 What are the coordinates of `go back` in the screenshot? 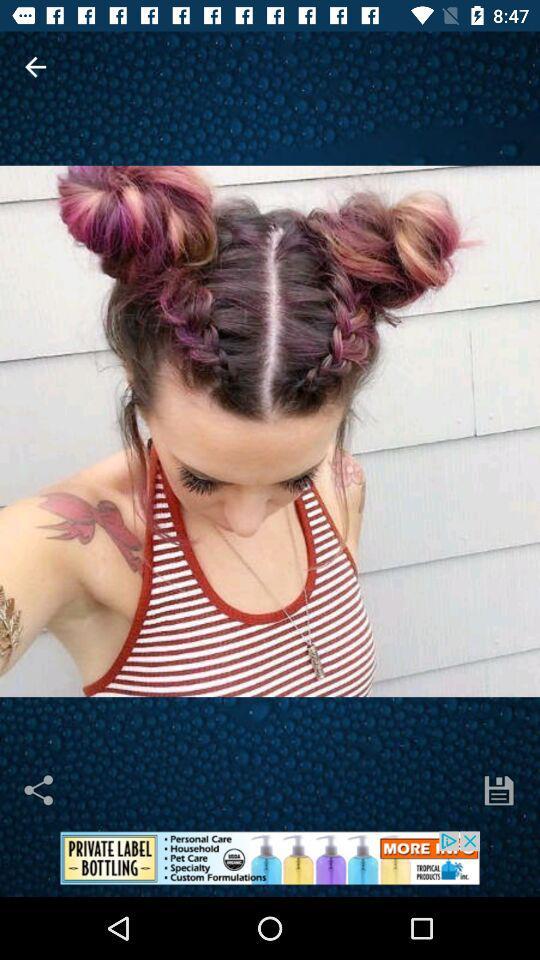 It's located at (35, 67).